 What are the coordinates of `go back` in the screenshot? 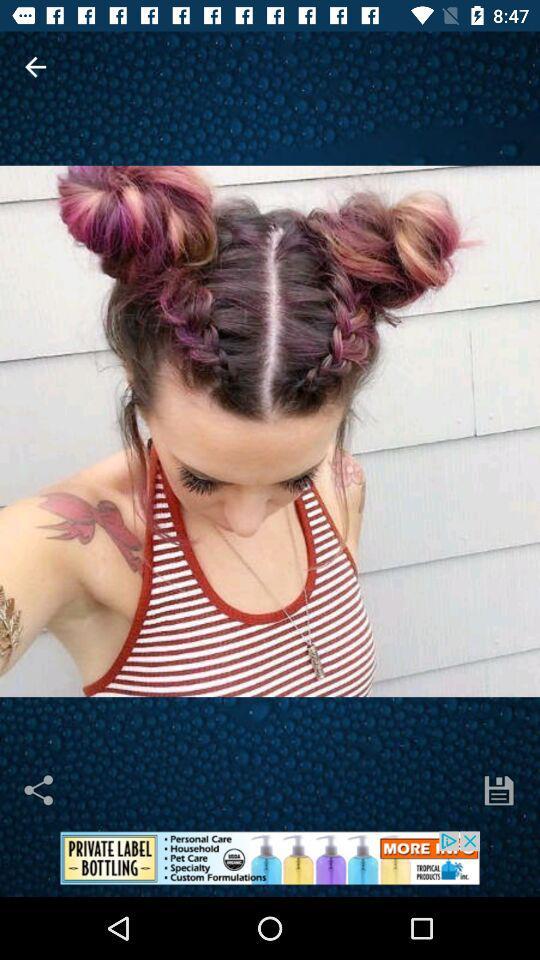 It's located at (35, 67).